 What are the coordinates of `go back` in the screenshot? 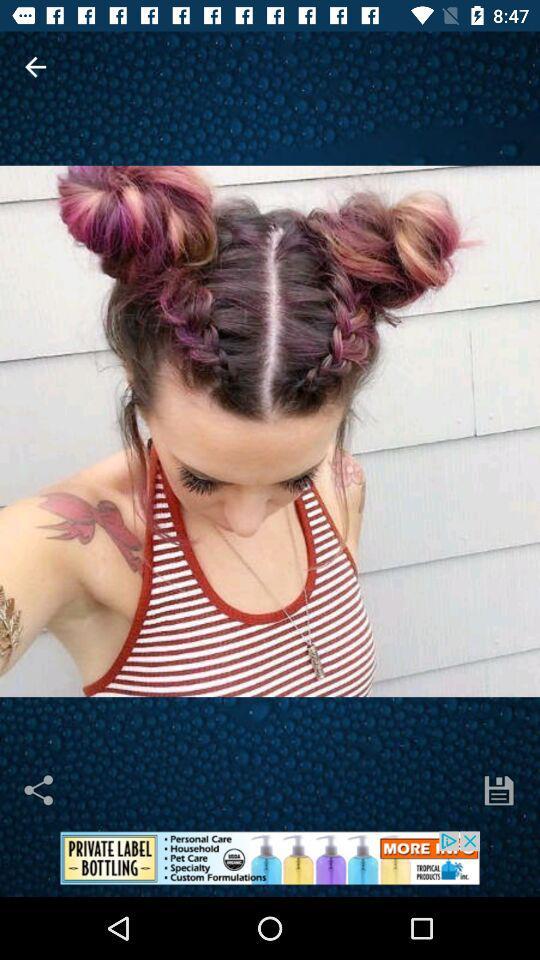 It's located at (35, 67).